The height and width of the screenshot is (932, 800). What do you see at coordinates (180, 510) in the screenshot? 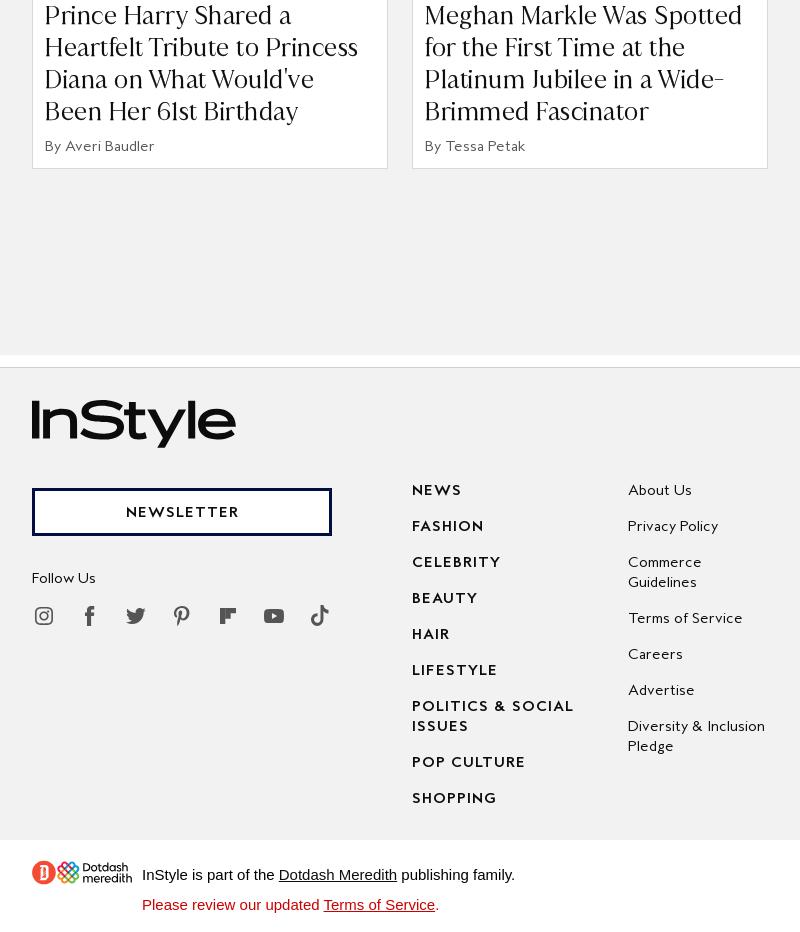
I see `'Newsletter'` at bounding box center [180, 510].